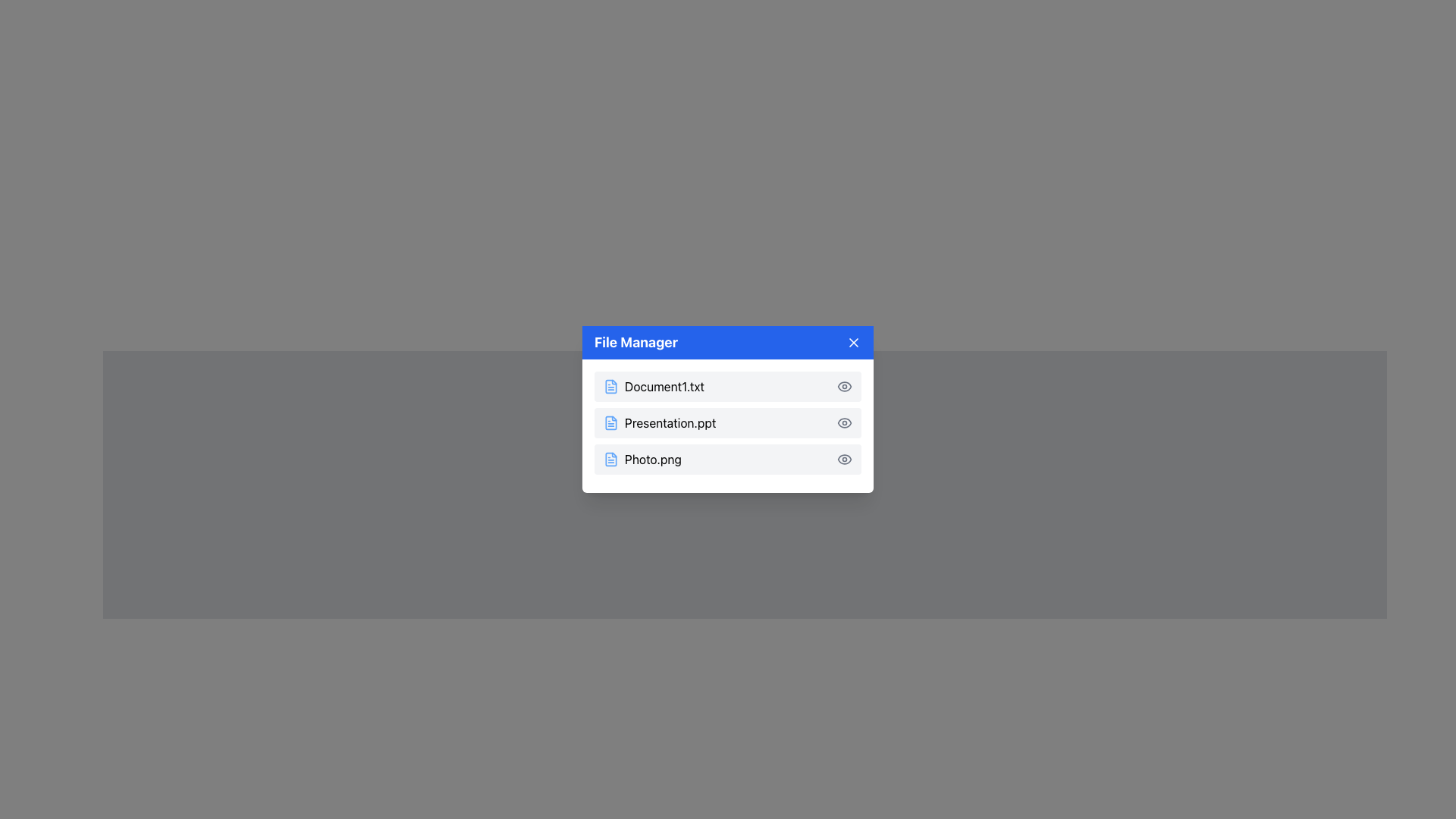 The height and width of the screenshot is (819, 1456). Describe the element at coordinates (728, 409) in the screenshot. I see `the second row of the modal dialog that displays information about the file 'Presentation.ppt'` at that location.